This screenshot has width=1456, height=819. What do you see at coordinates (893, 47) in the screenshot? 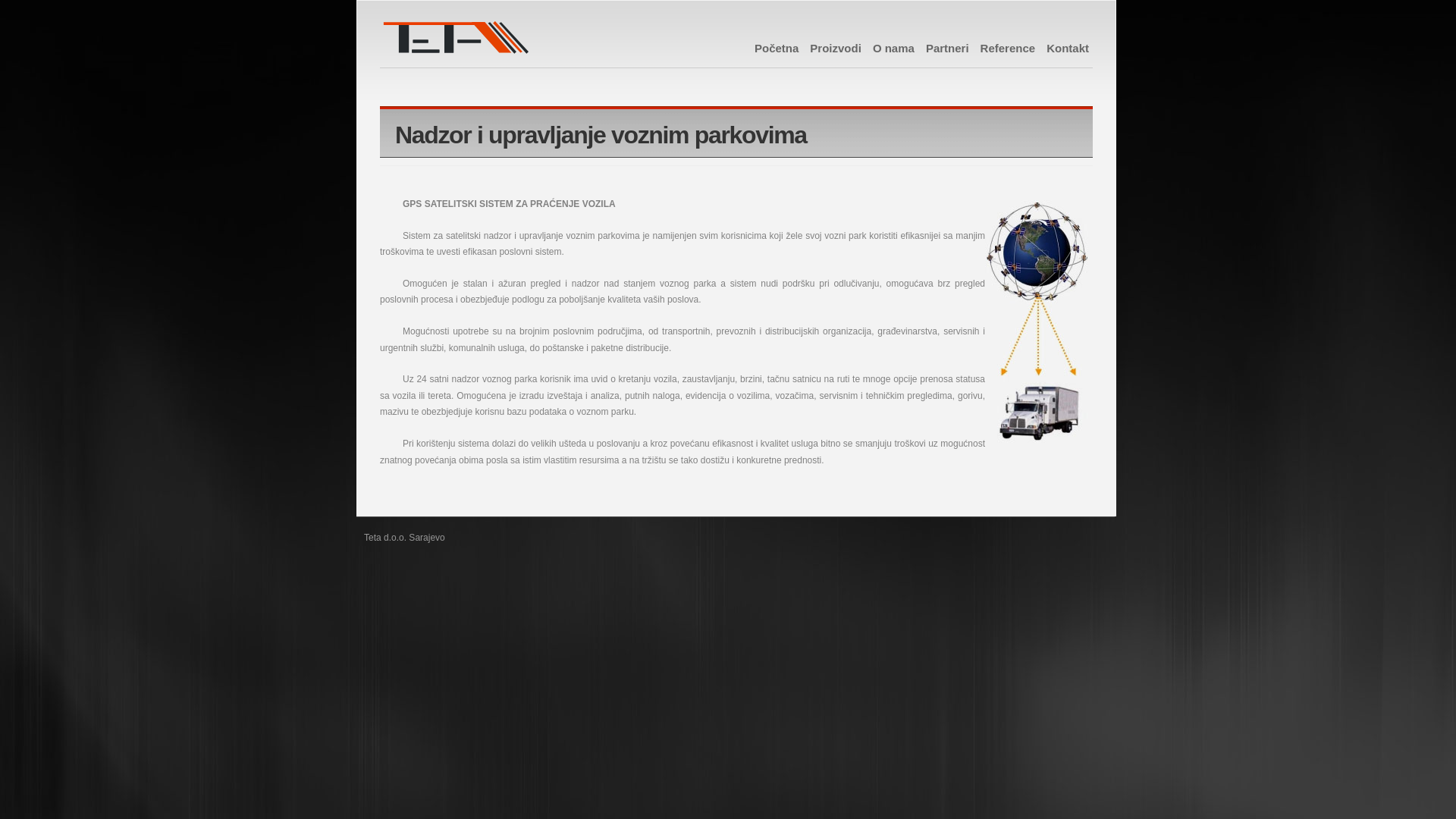
I see `'O nama'` at bounding box center [893, 47].